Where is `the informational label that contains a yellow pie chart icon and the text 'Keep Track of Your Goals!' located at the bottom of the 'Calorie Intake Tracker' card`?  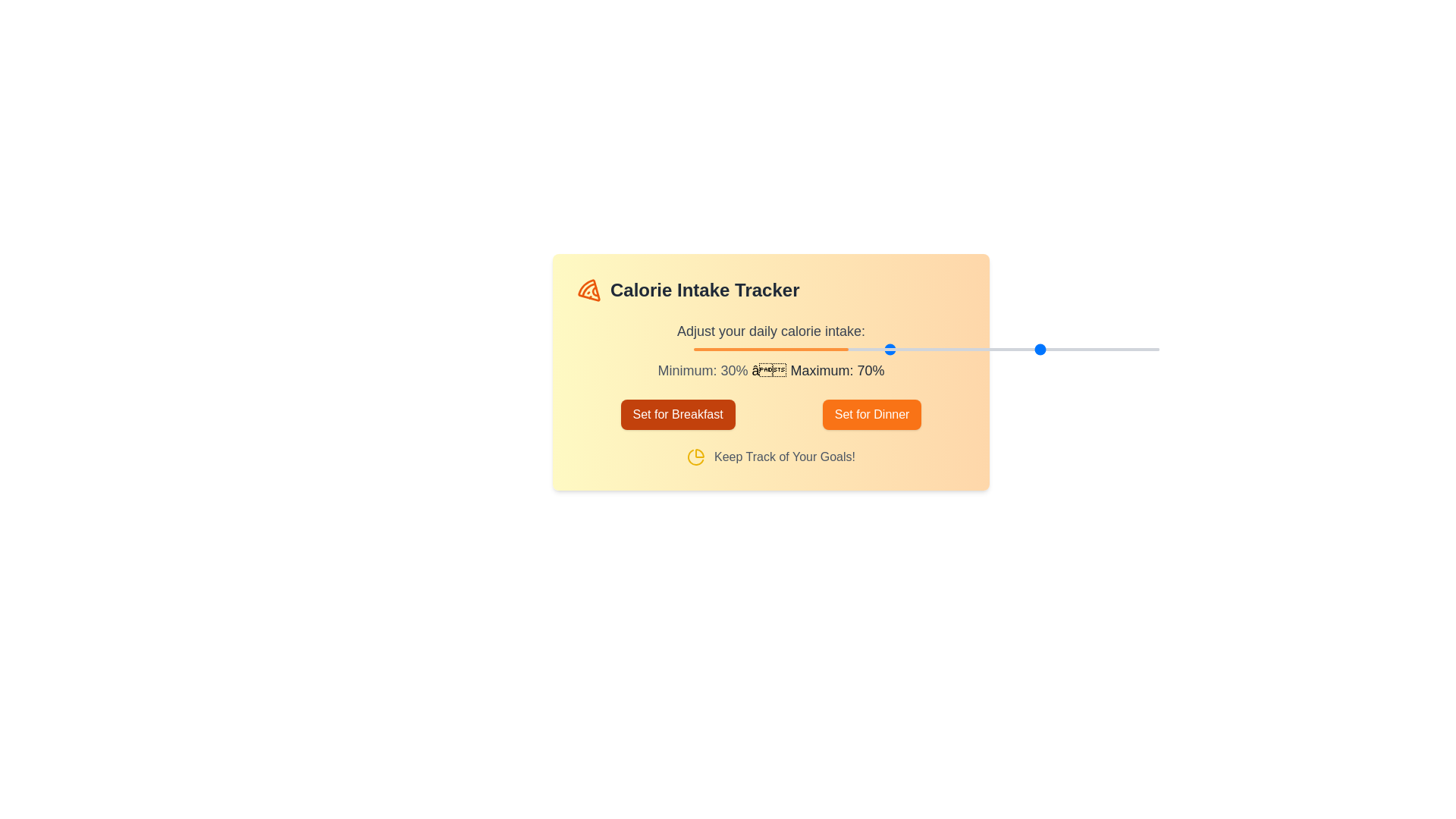 the informational label that contains a yellow pie chart icon and the text 'Keep Track of Your Goals!' located at the bottom of the 'Calorie Intake Tracker' card is located at coordinates (771, 456).